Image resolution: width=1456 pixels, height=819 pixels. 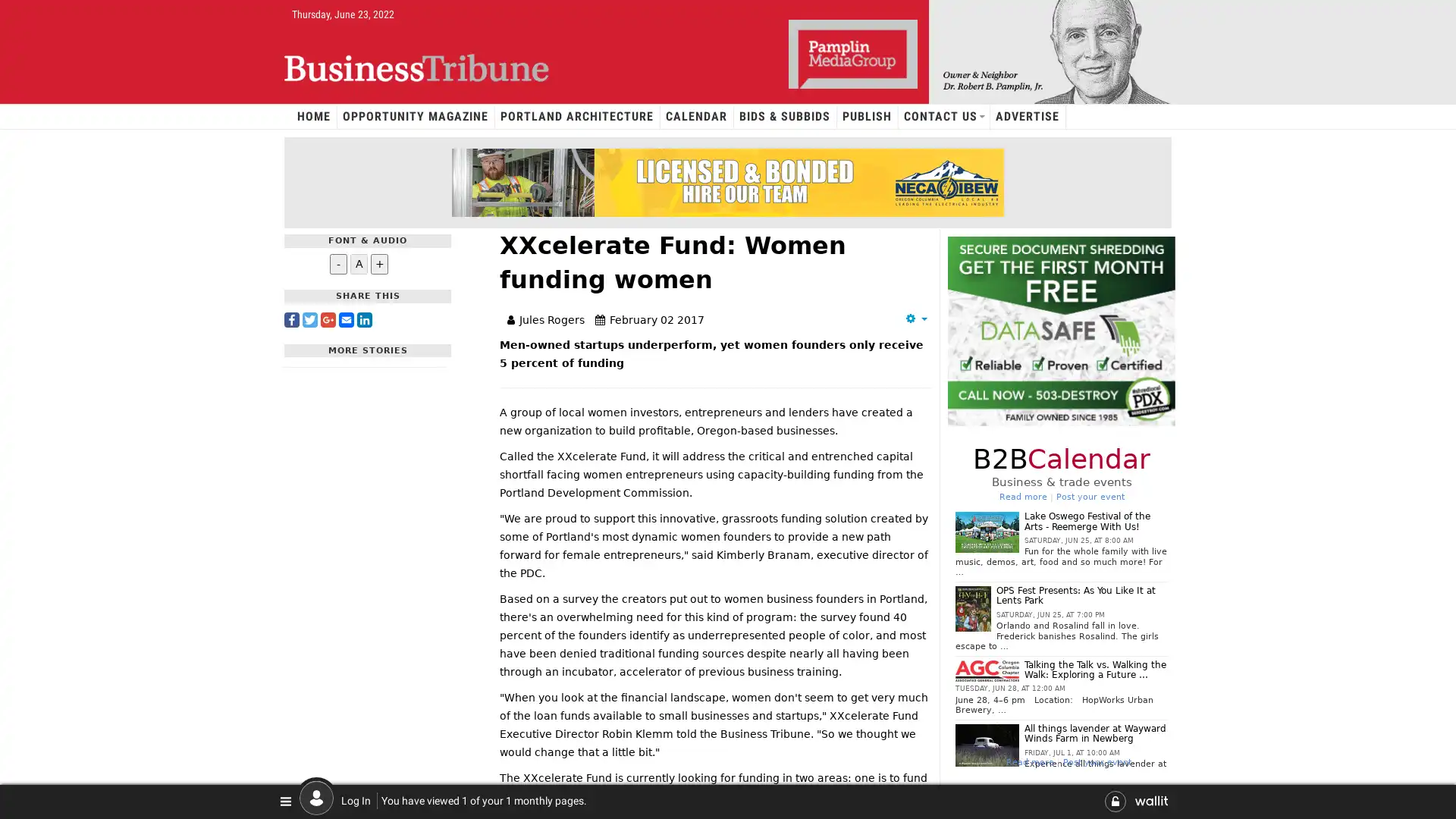 I want to click on +, so click(x=379, y=262).